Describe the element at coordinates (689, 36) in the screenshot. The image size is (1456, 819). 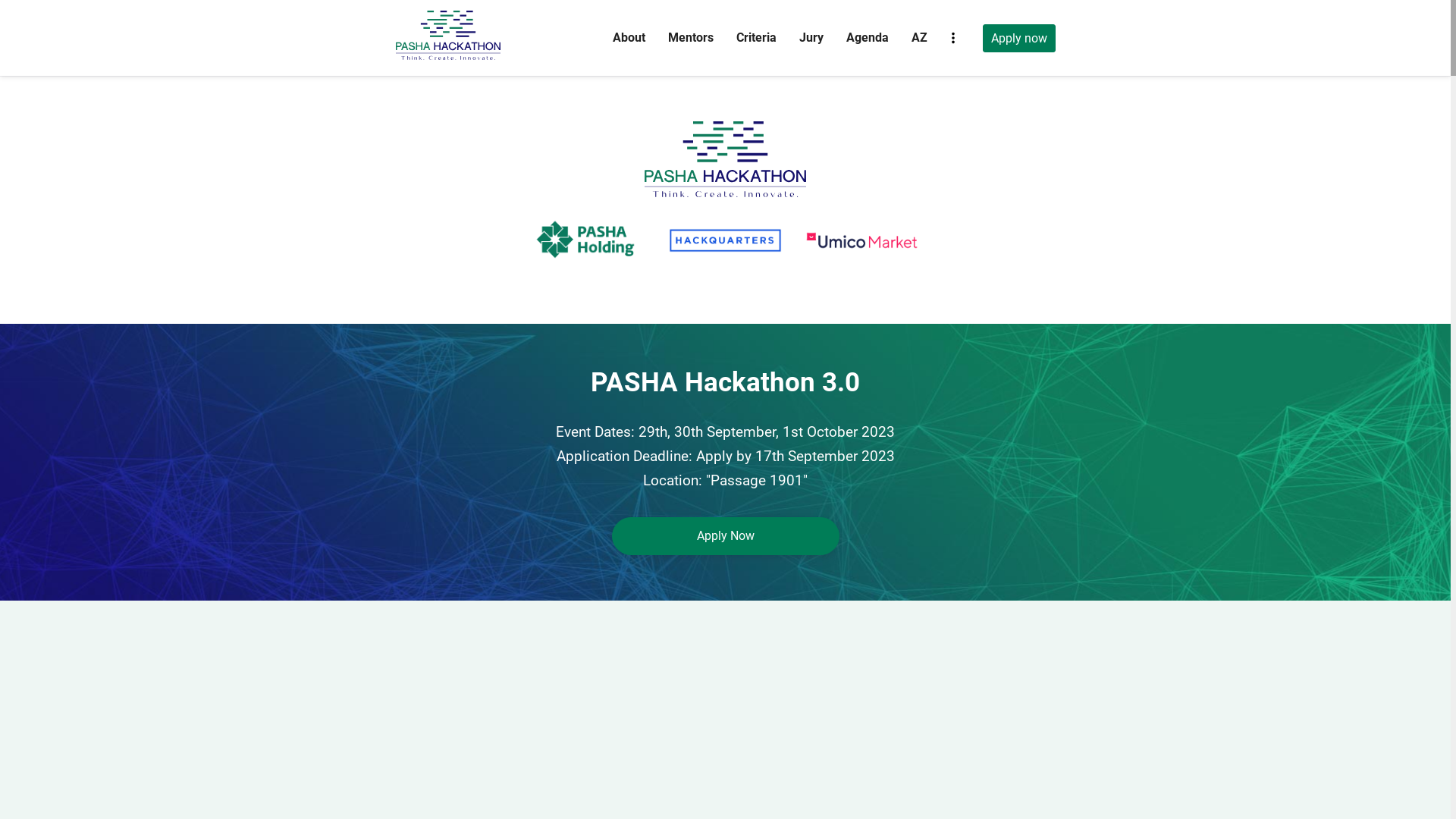
I see `'Mentors'` at that location.